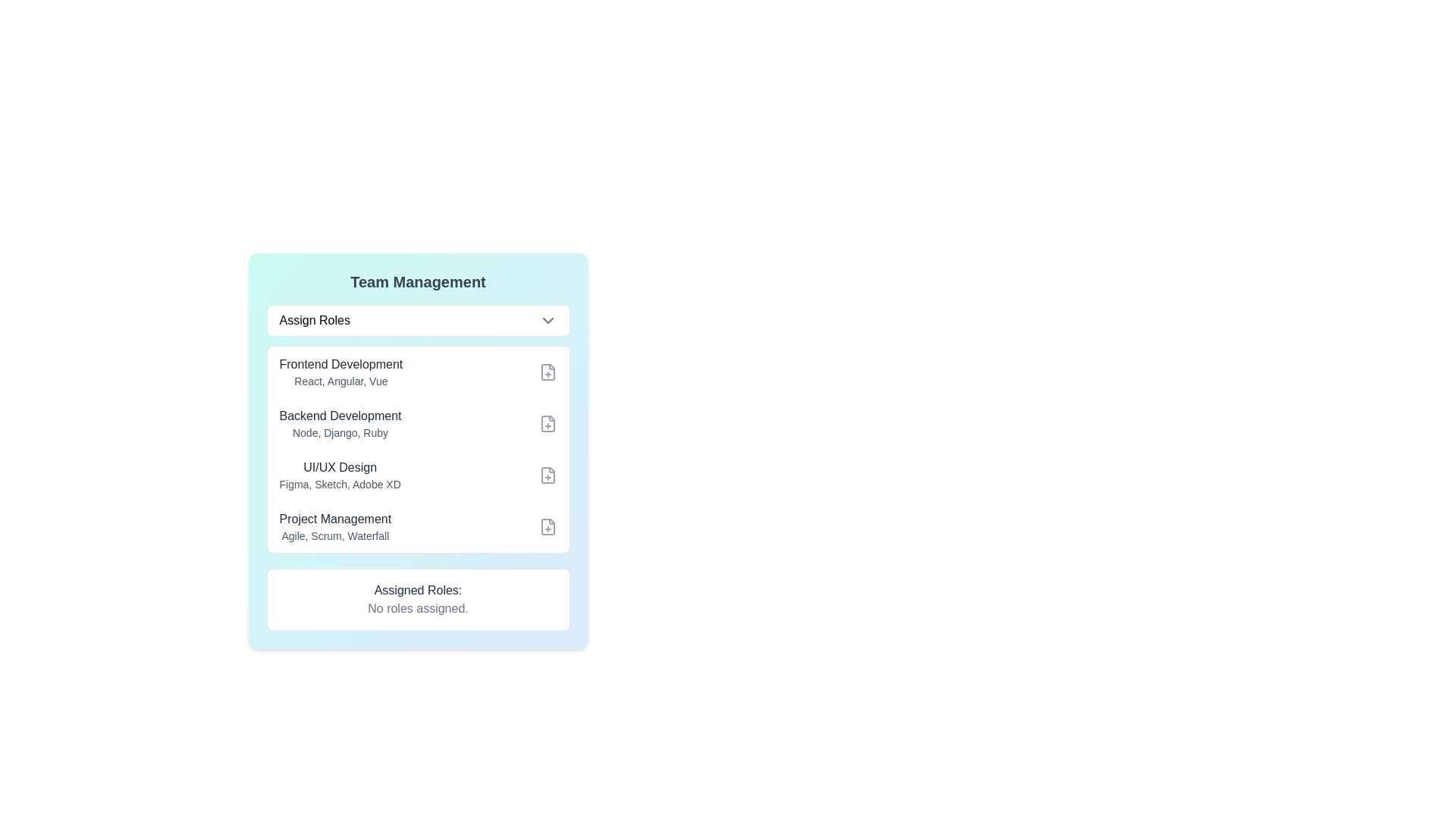 The image size is (1456, 819). What do you see at coordinates (418, 607) in the screenshot?
I see `the static text display indicating that no roles have been assigned, located under the panel titled 'Assigned Roles:' and centered horizontally` at bounding box center [418, 607].